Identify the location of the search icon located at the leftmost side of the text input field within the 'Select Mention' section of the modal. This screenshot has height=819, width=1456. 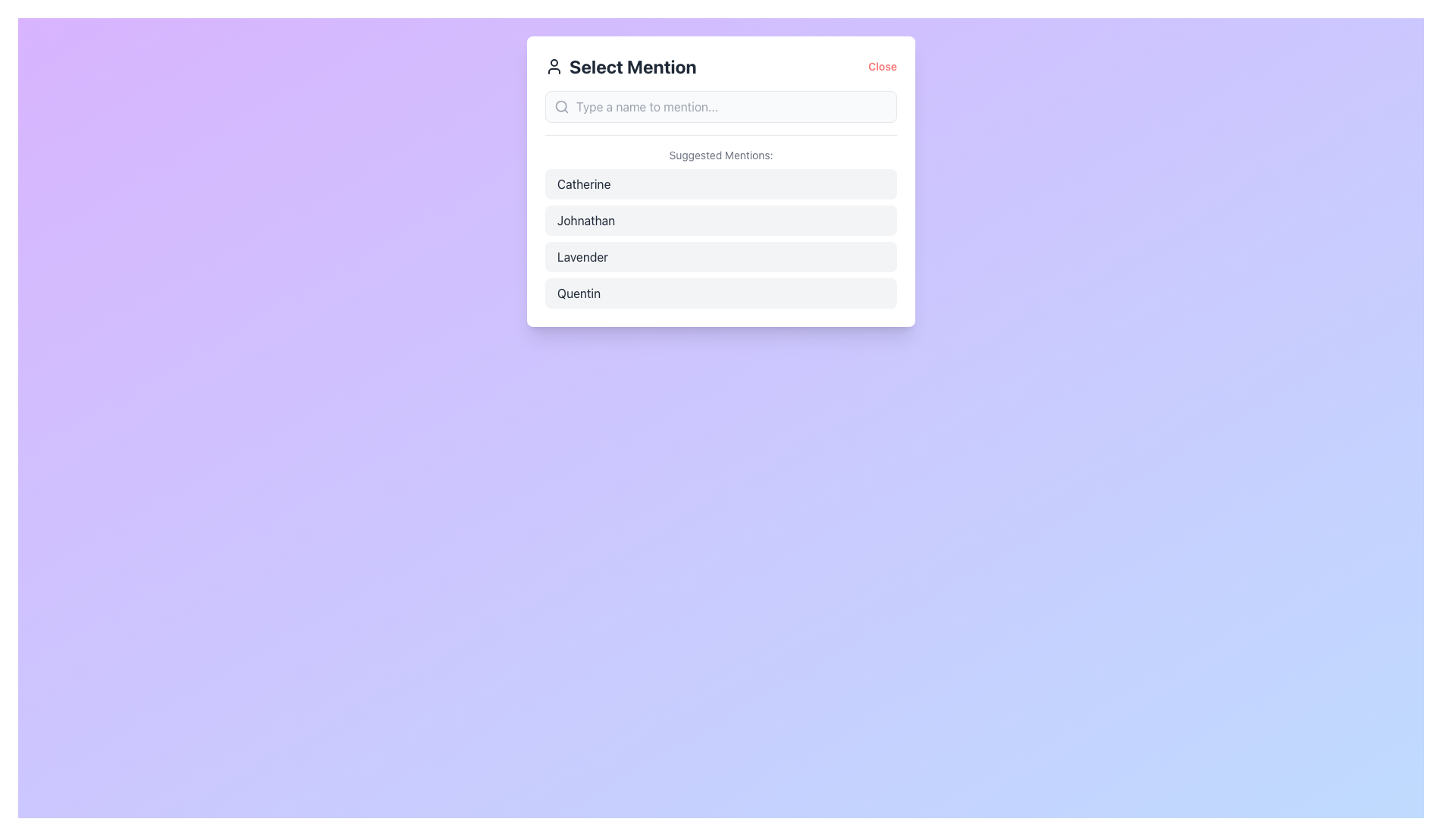
(560, 106).